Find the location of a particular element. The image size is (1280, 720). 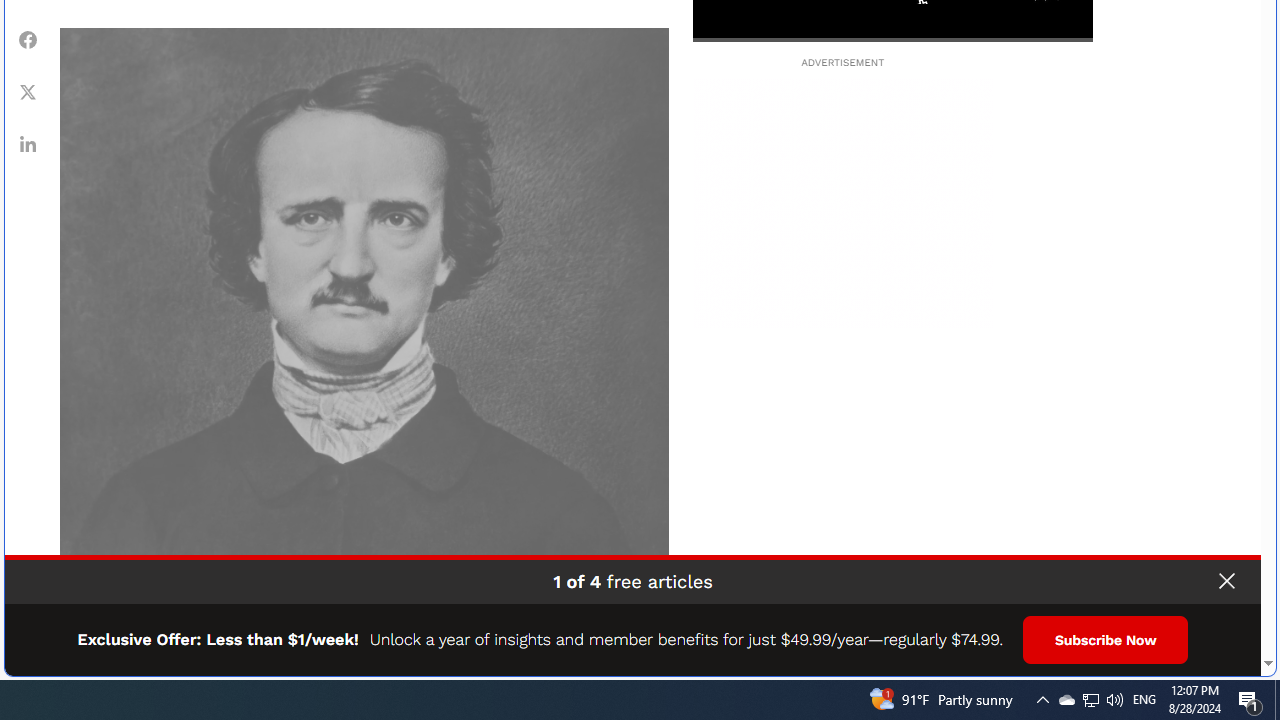

'Tray Input Indicator - English (United States)' is located at coordinates (1144, 698).